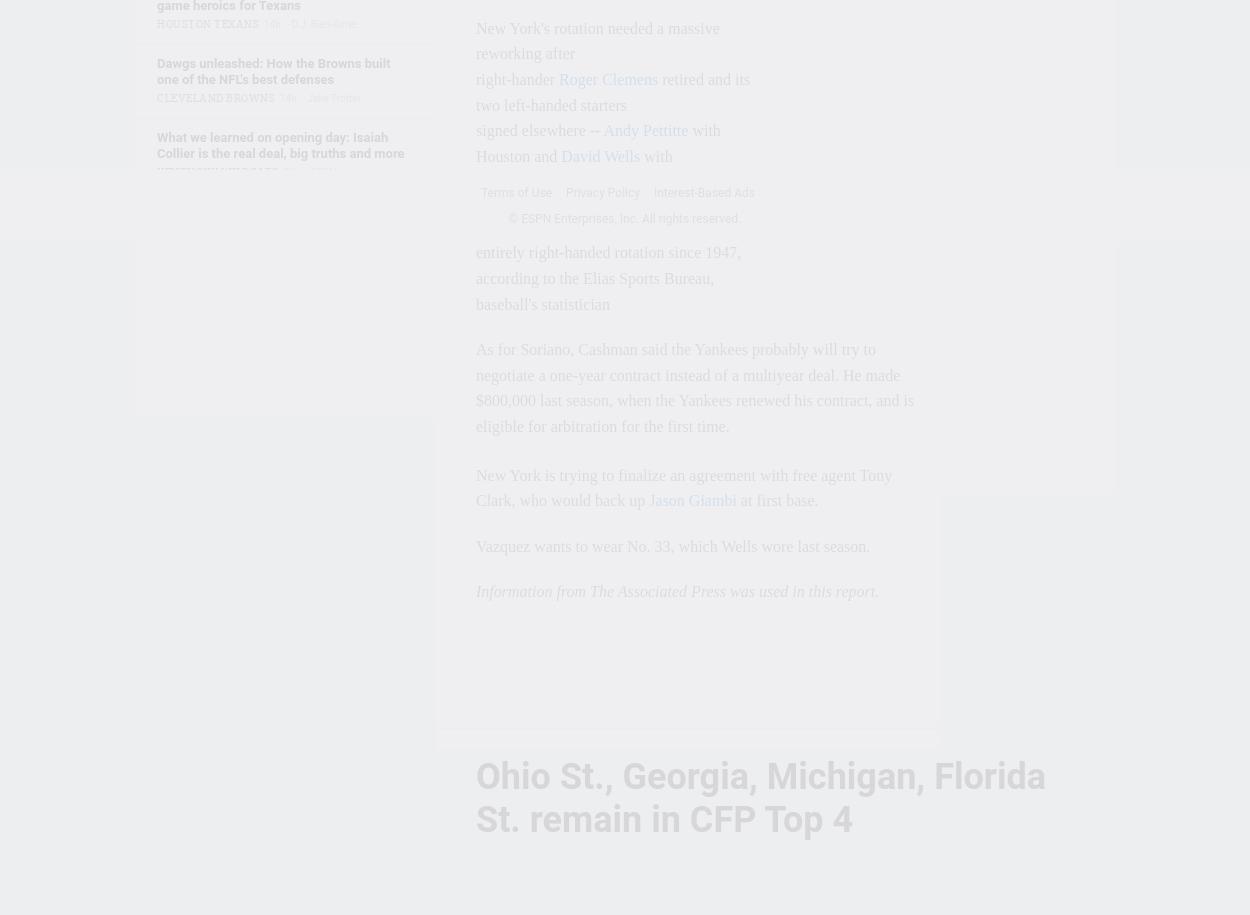 This screenshot has height=915, width=1250. What do you see at coordinates (599, 154) in the screenshot?
I see `'David Wells'` at bounding box center [599, 154].